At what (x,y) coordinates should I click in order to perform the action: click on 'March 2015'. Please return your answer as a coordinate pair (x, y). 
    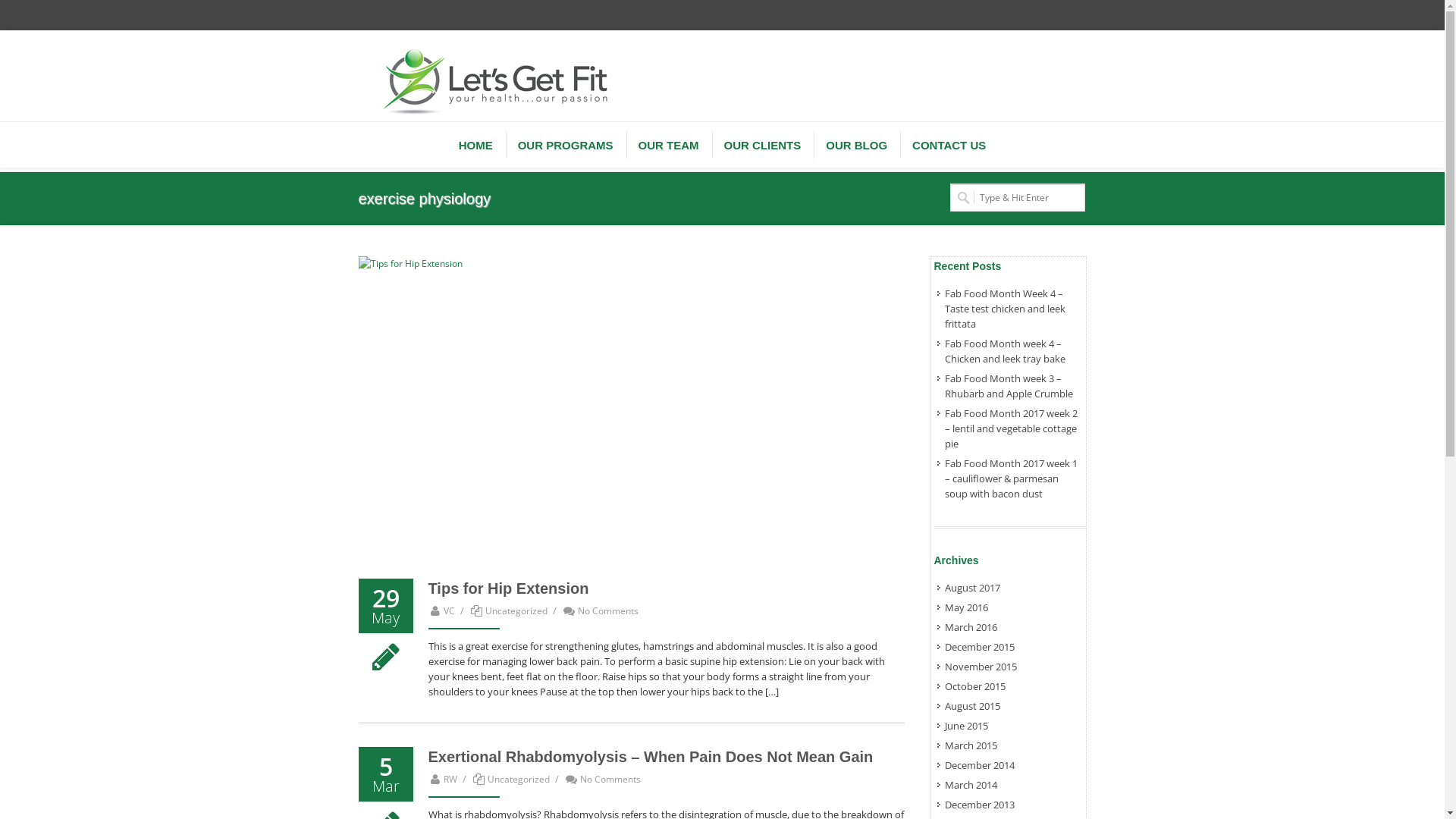
    Looking at the image, I should click on (967, 745).